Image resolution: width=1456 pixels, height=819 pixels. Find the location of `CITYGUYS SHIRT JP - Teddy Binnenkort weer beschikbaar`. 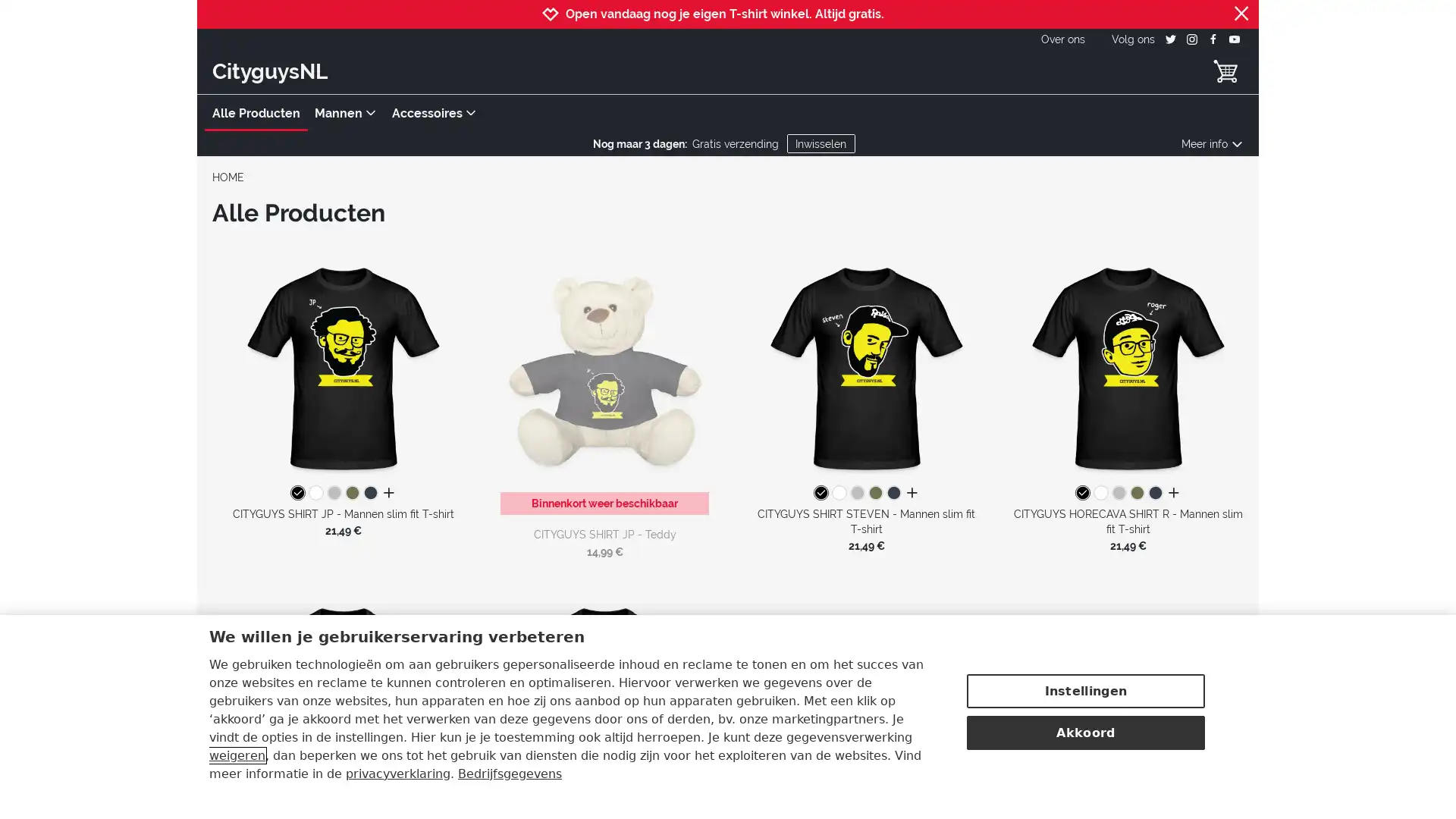

CITYGUYS SHIRT JP - Teddy Binnenkort weer beschikbaar is located at coordinates (604, 381).